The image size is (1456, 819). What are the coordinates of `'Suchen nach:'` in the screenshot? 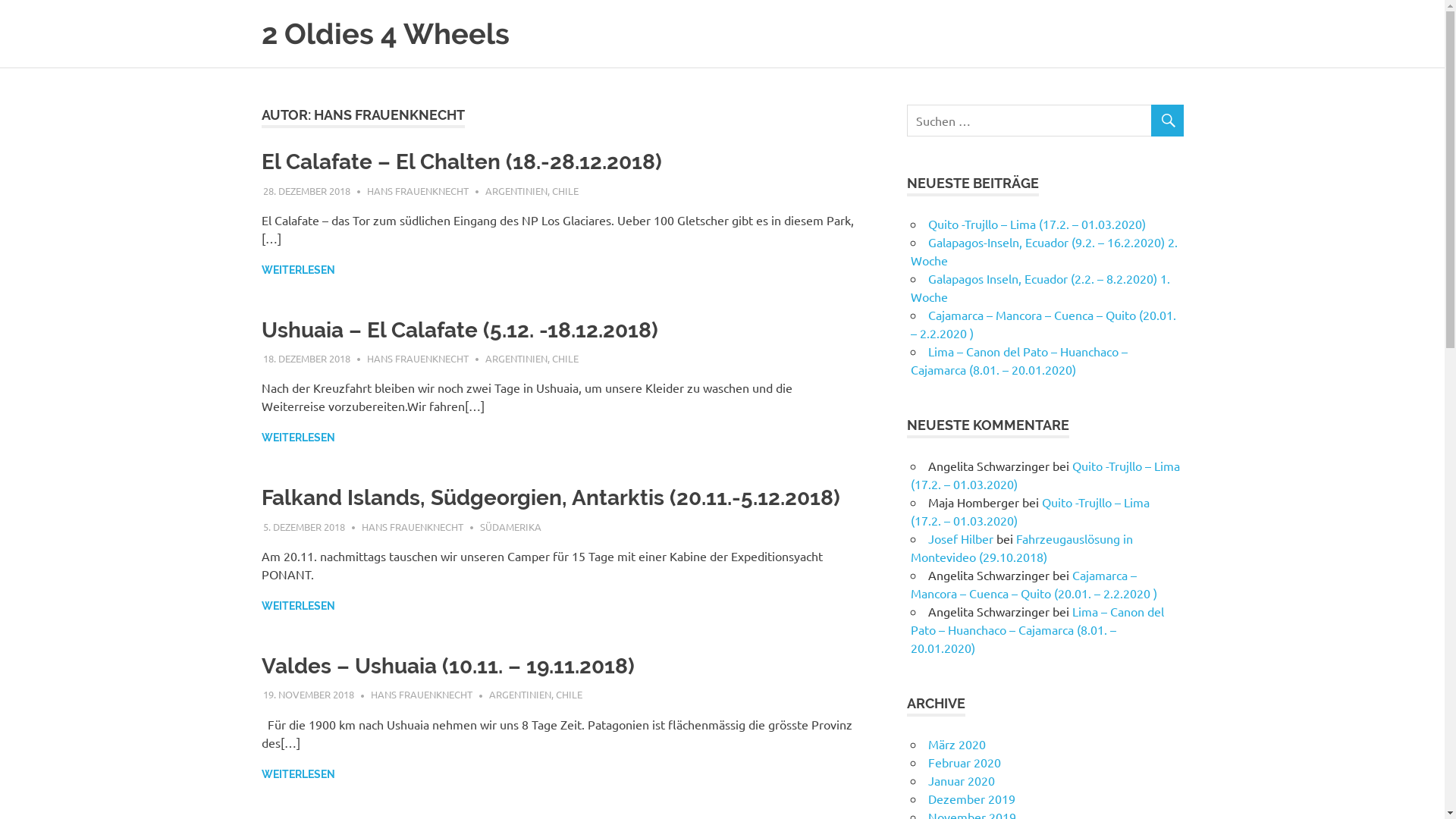 It's located at (1044, 119).